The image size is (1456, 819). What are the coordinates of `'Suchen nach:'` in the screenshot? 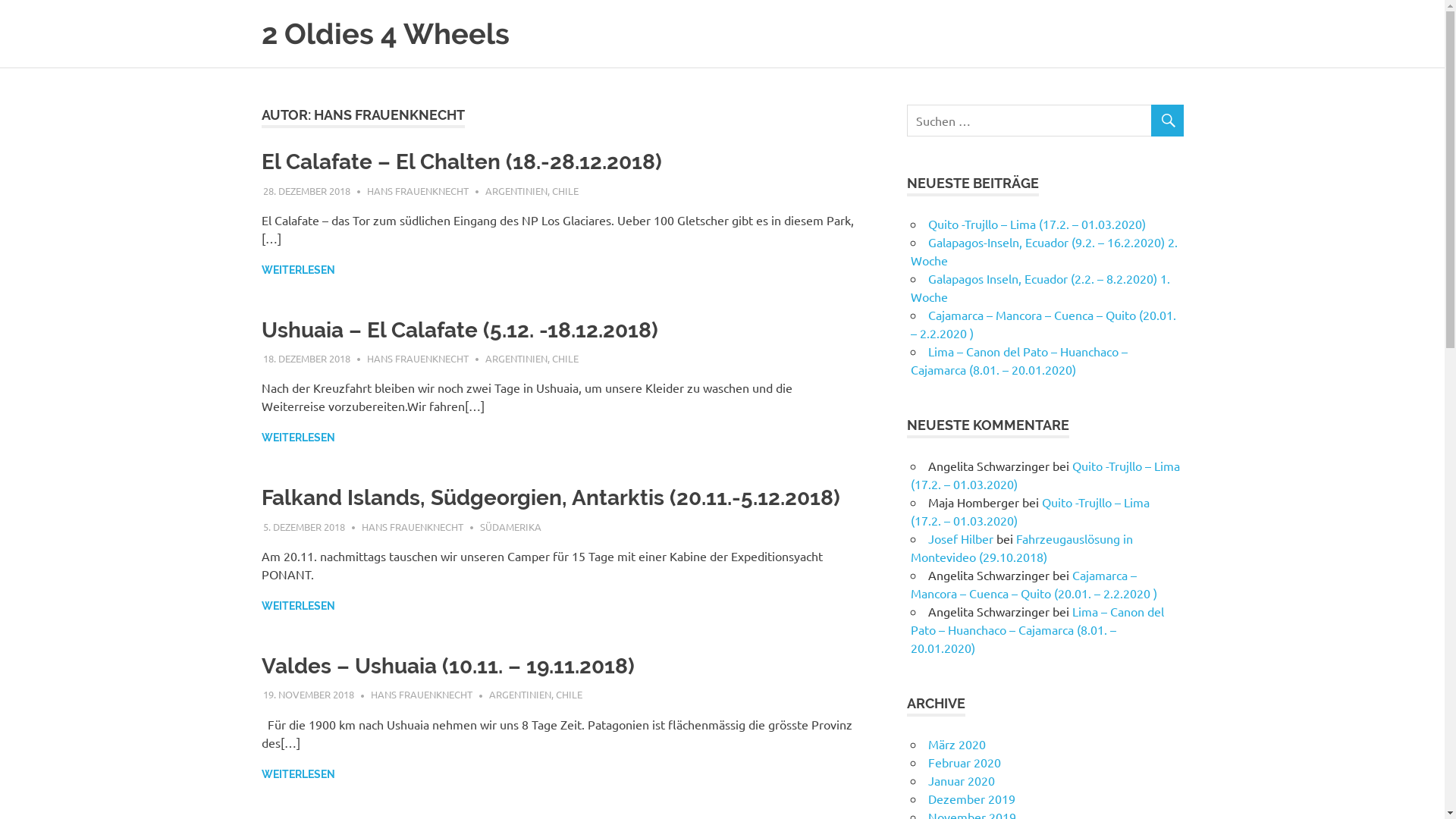 It's located at (1044, 119).